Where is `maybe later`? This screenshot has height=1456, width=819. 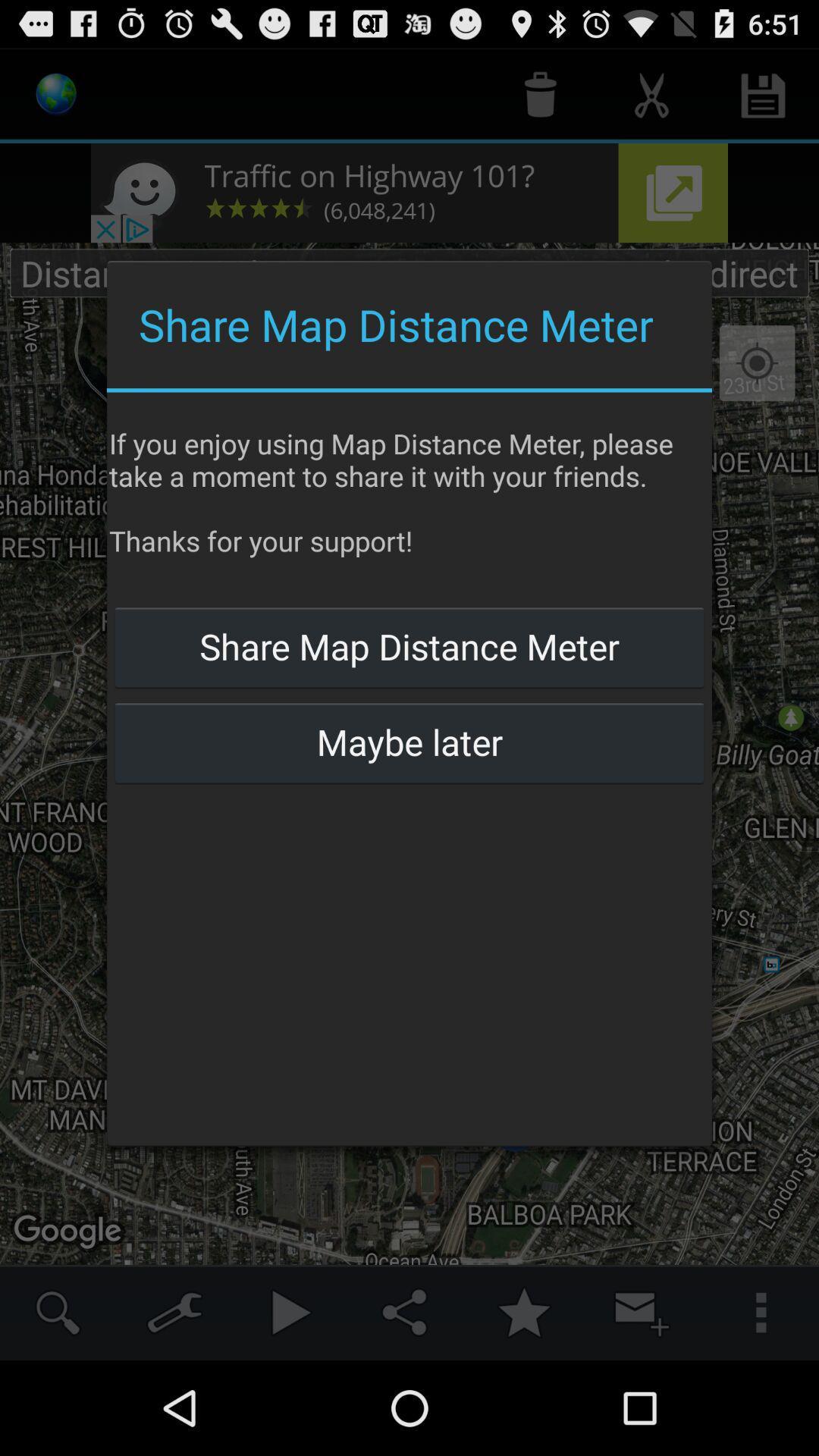 maybe later is located at coordinates (409, 742).